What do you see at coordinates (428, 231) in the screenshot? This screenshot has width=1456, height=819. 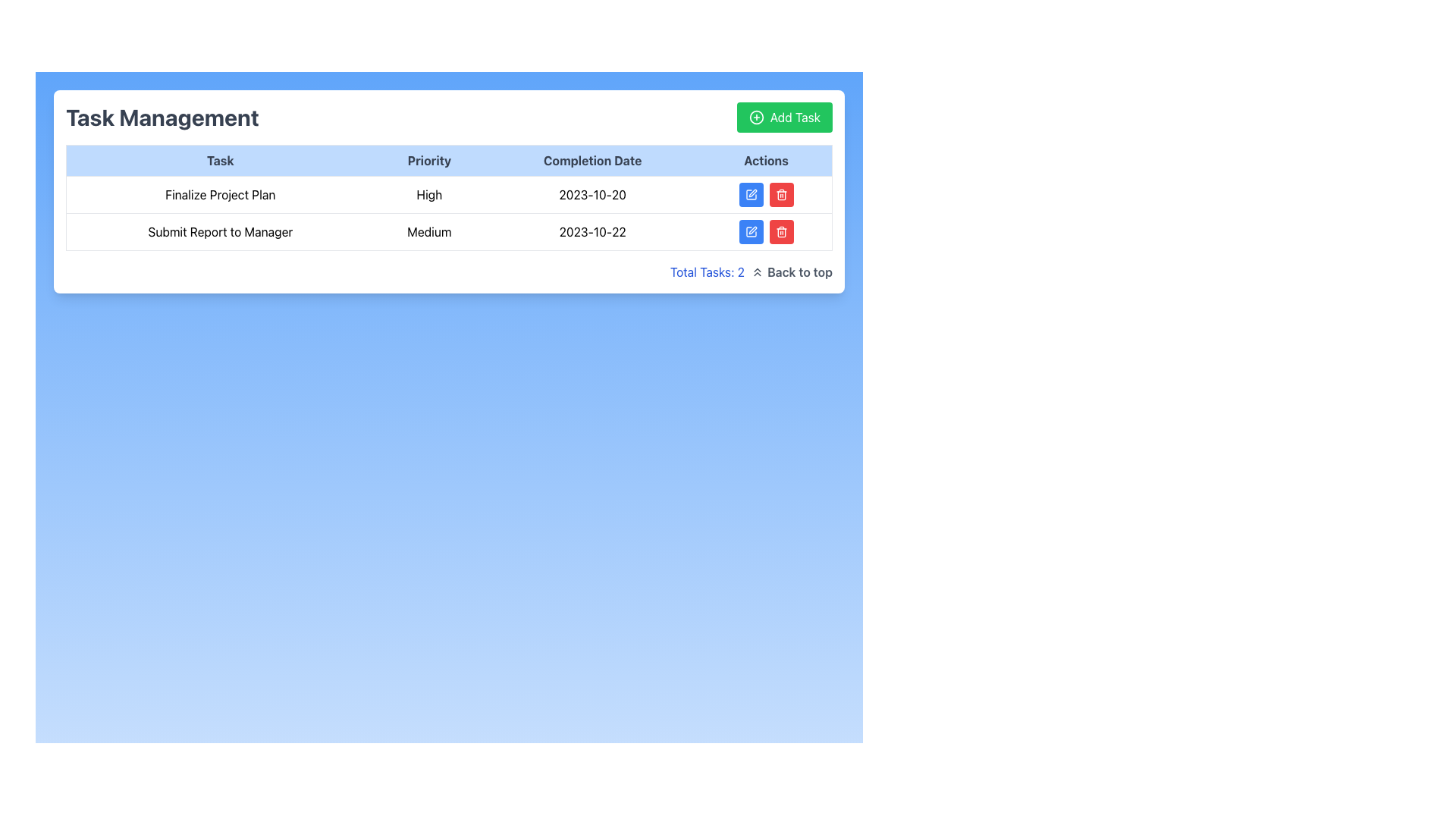 I see `the text label indicating the priority level of the task 'Submit Report to Manager', which is located in the second row under the 'Priority' column` at bounding box center [428, 231].